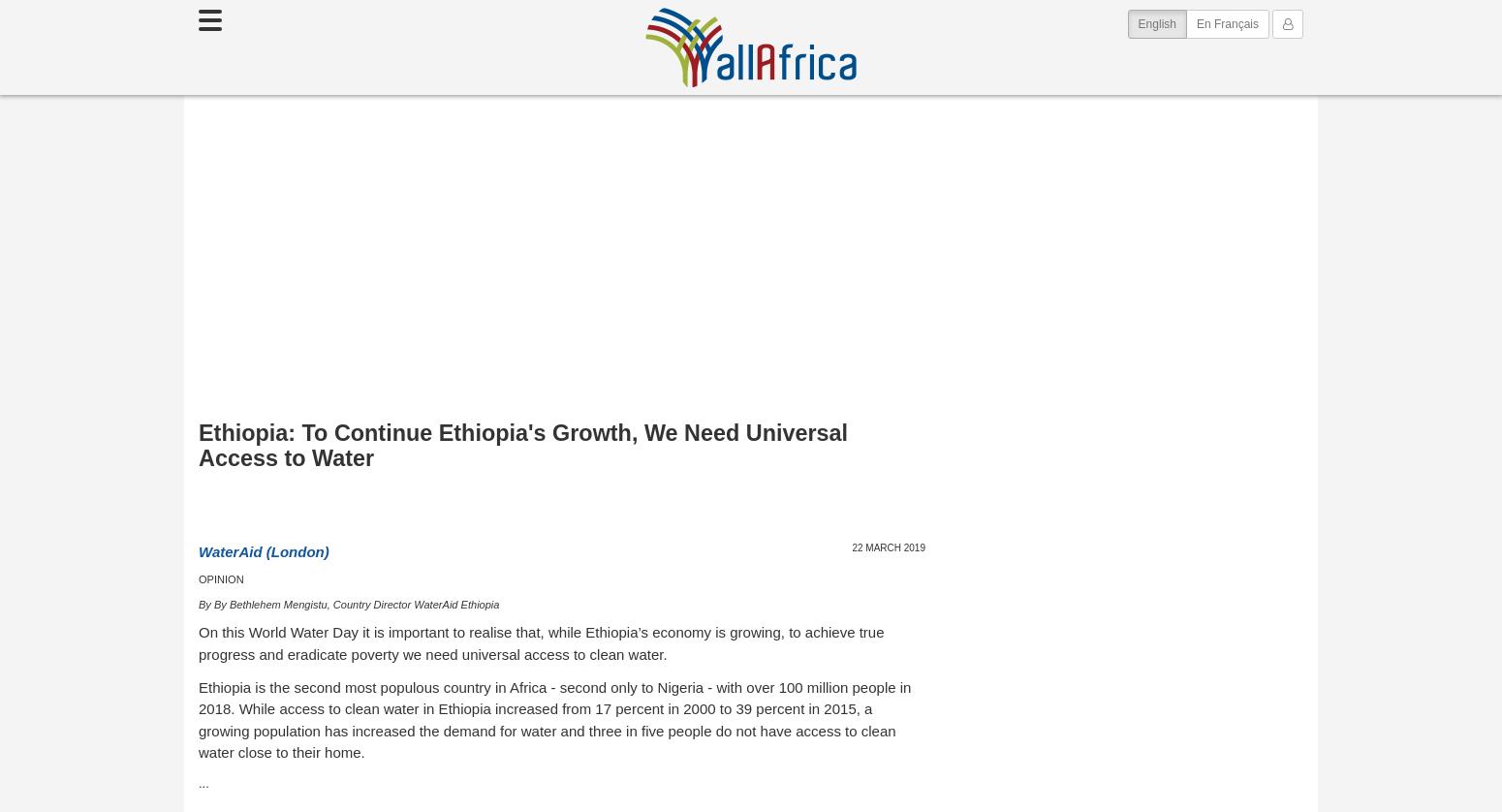 Image resolution: width=1502 pixels, height=812 pixels. What do you see at coordinates (1156, 23) in the screenshot?
I see `'English'` at bounding box center [1156, 23].